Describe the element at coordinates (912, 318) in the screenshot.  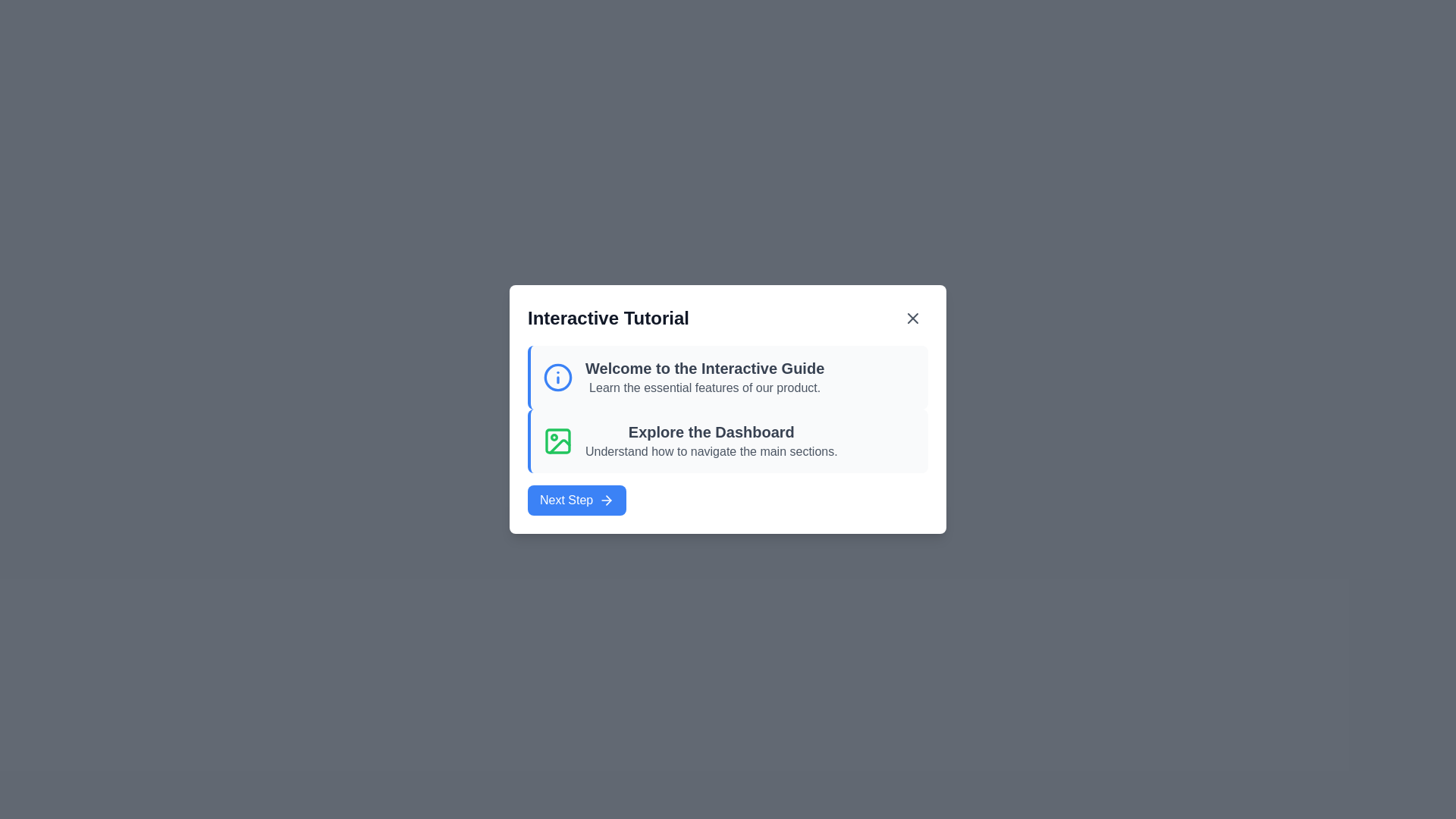
I see `the close button located in the top-right corner of the 'Interactive Tutorial' modal to change its color` at that location.